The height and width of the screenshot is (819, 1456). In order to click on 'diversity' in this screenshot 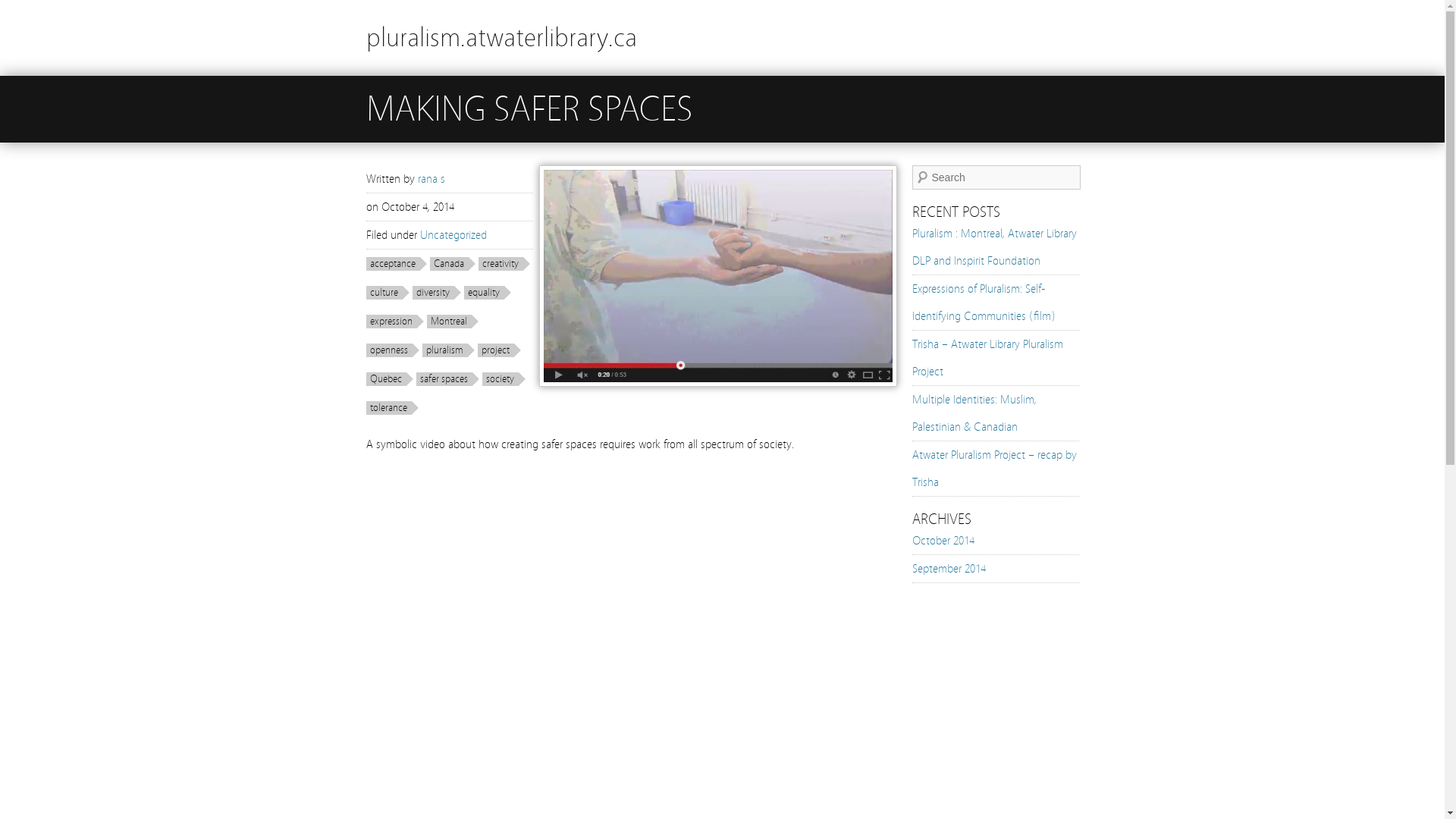, I will do `click(436, 292)`.